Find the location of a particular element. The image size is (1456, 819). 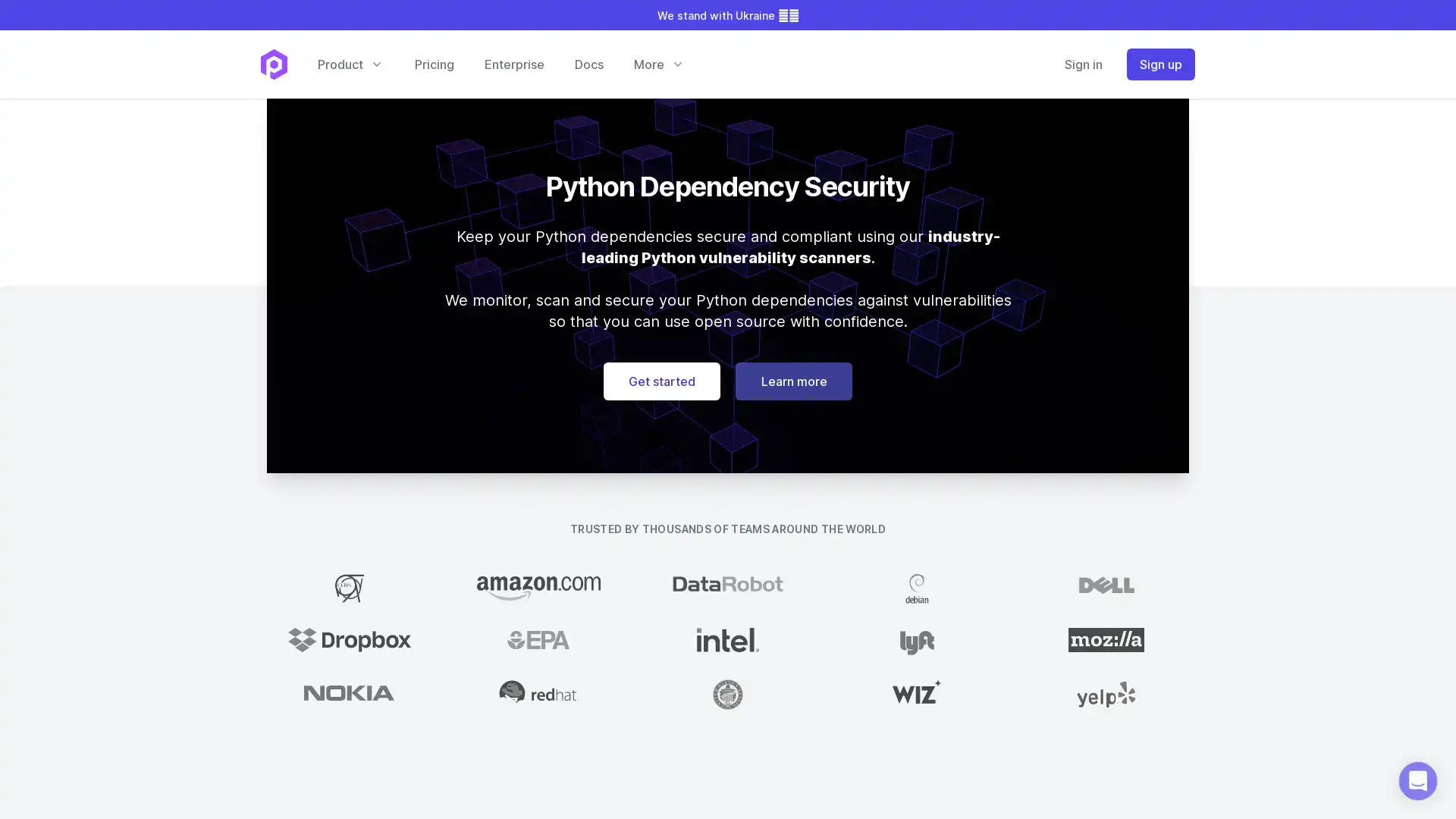

Product is located at coordinates (349, 63).